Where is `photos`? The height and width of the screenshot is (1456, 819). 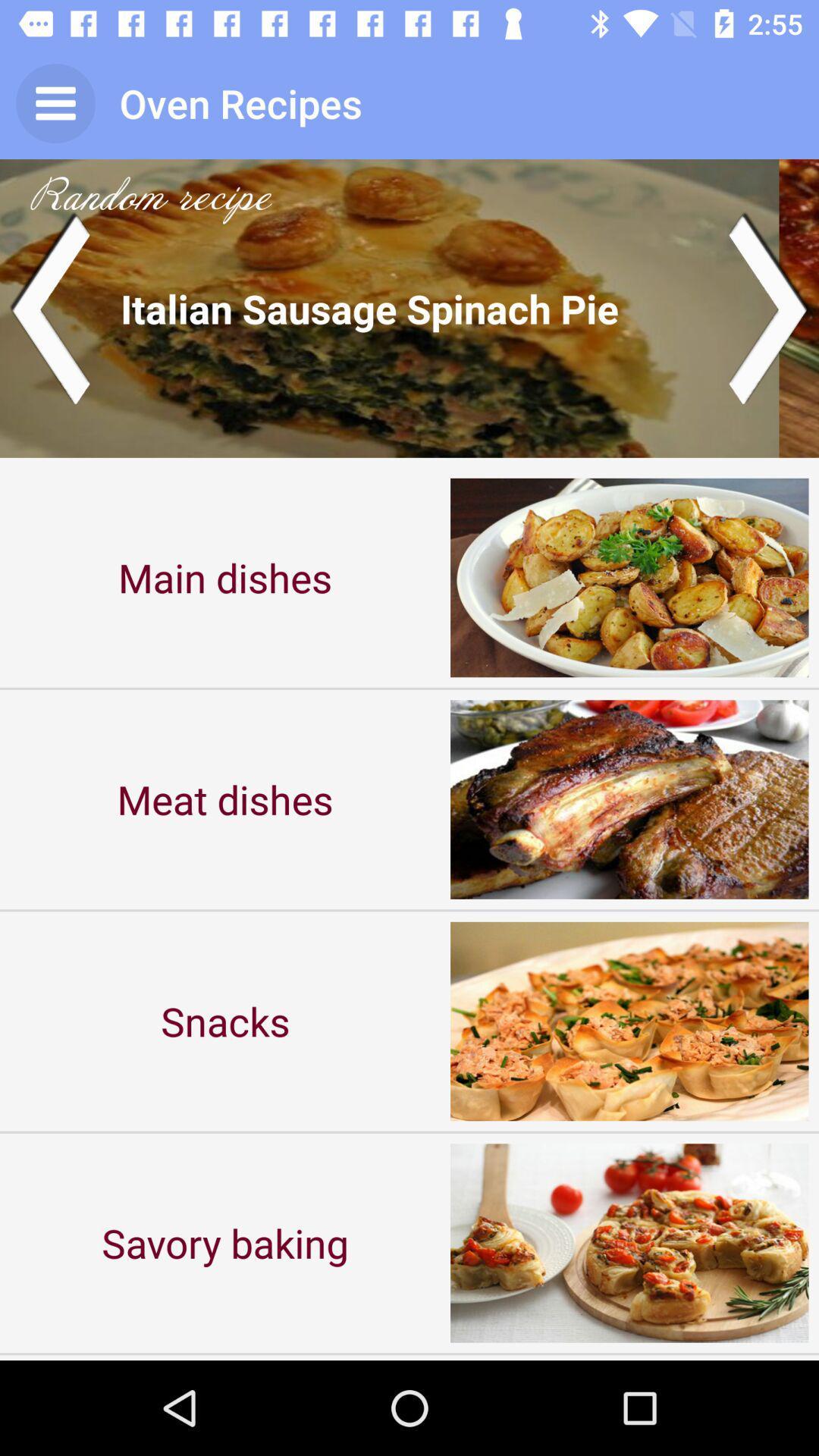 photos is located at coordinates (409, 307).